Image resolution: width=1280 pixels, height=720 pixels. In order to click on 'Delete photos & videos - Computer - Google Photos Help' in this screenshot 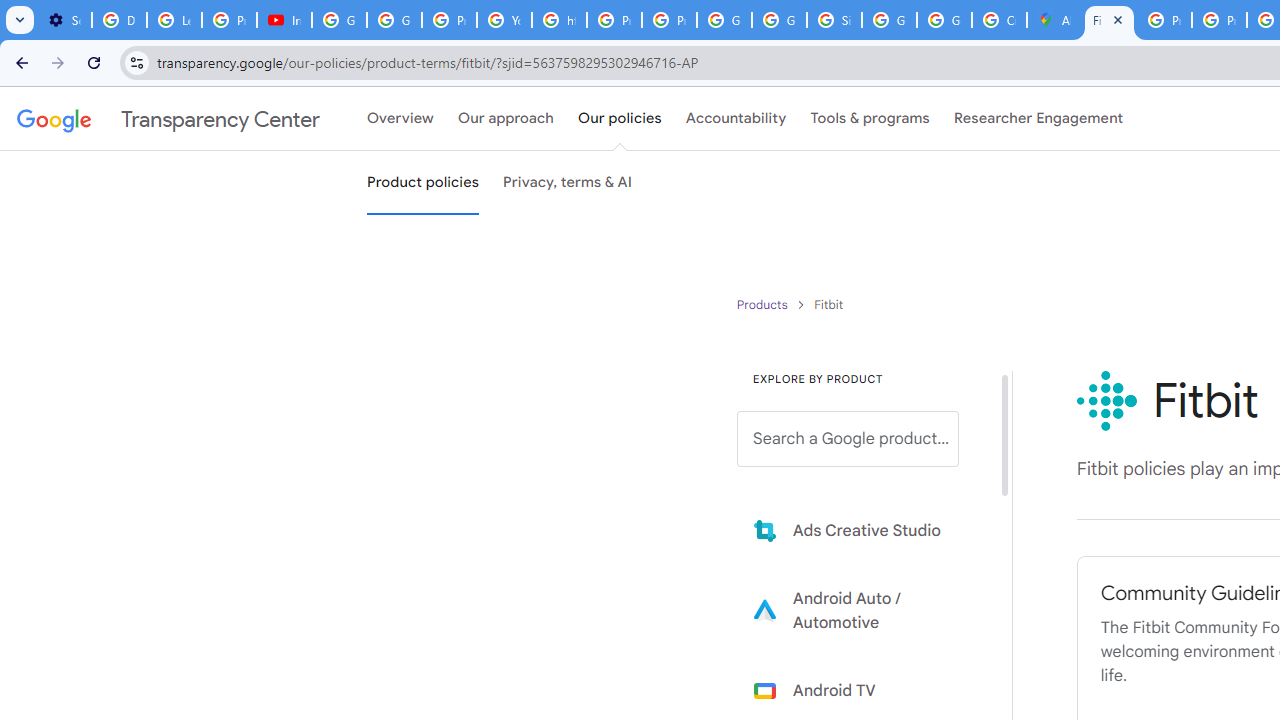, I will do `click(118, 20)`.